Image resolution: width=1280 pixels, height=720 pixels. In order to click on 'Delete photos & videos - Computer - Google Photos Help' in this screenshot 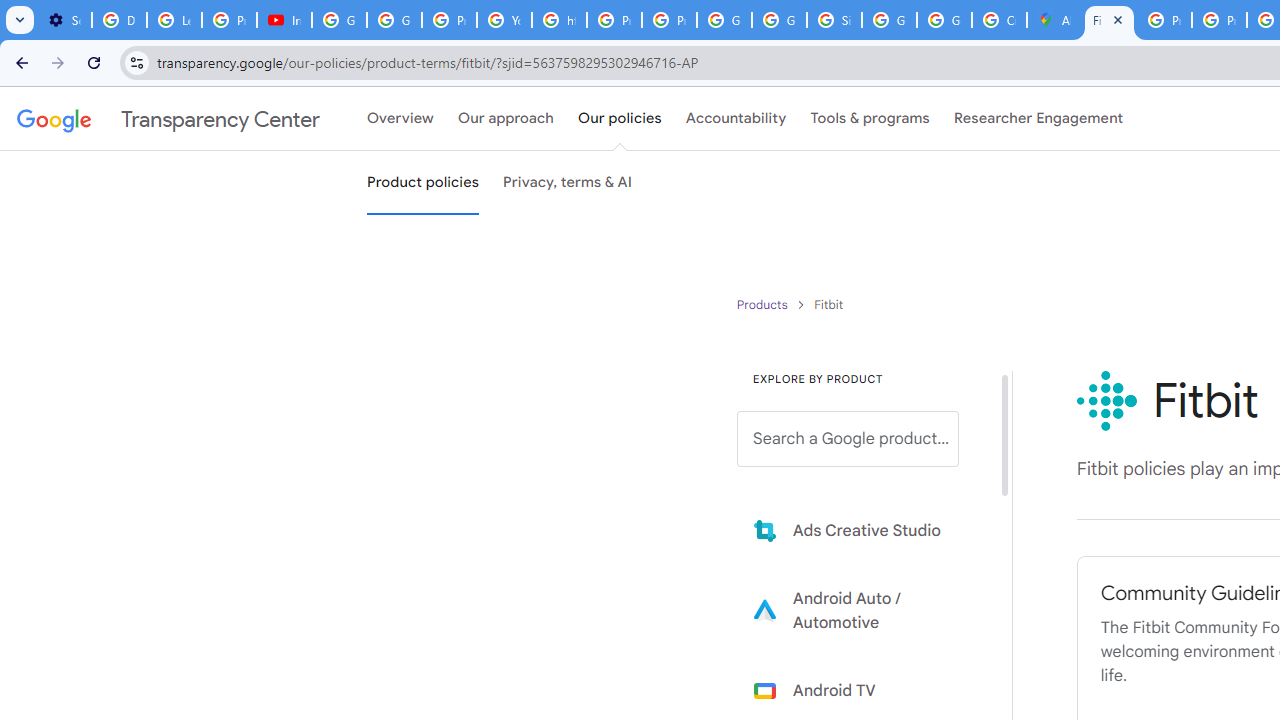, I will do `click(118, 20)`.